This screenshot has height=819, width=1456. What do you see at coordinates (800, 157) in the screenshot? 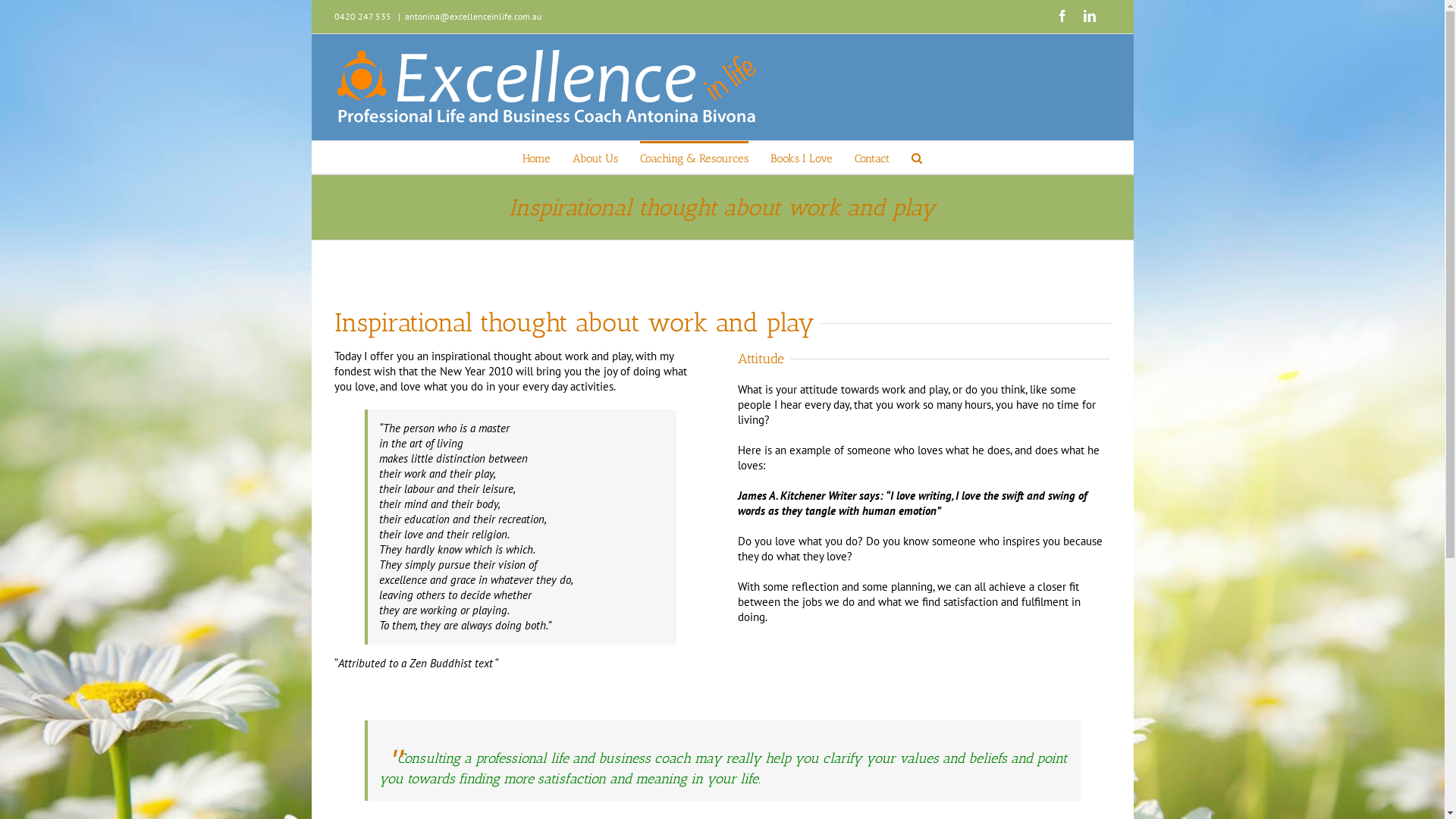
I see `'Books I Love'` at bounding box center [800, 157].